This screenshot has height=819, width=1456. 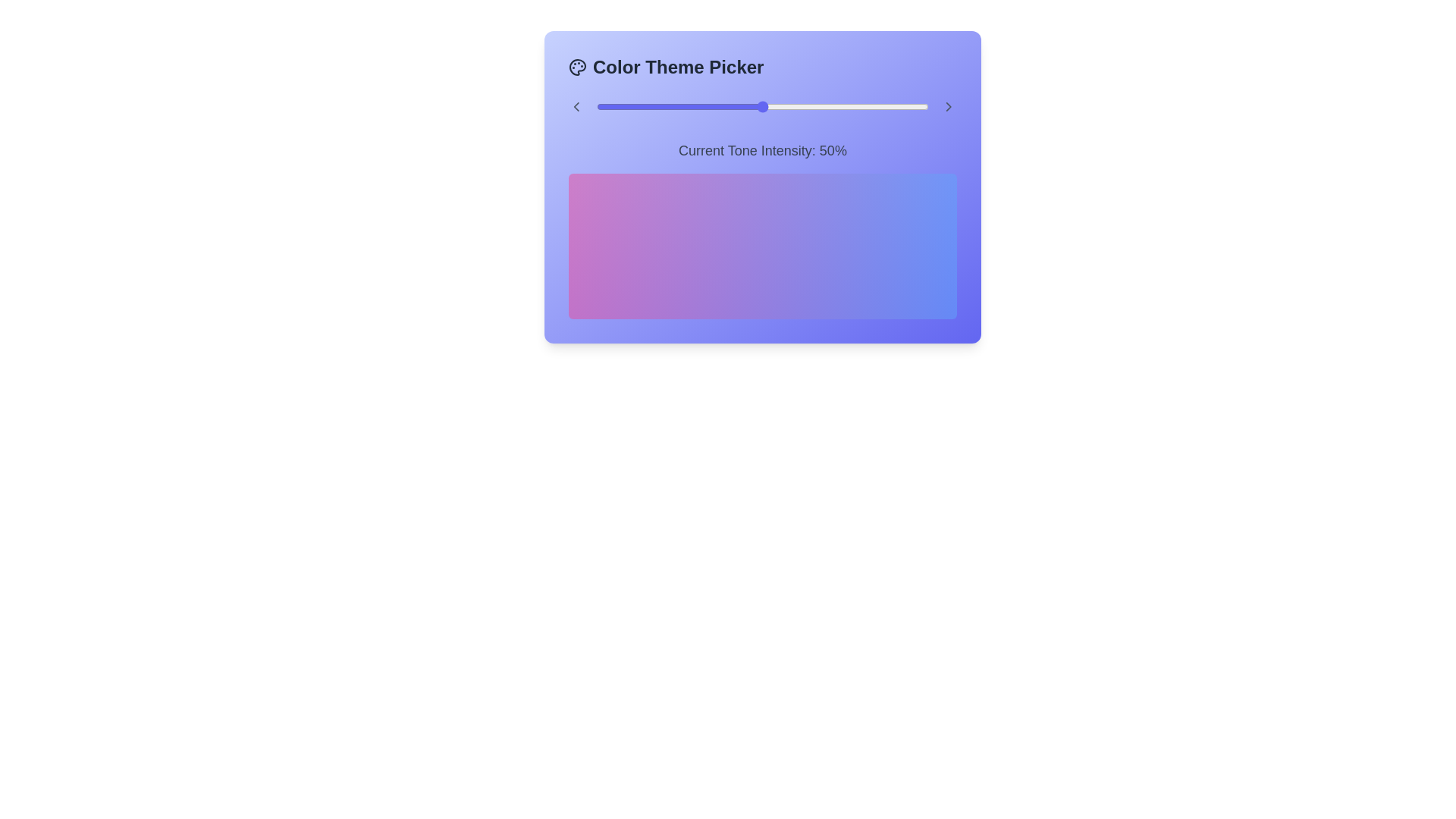 I want to click on the tone intensity slider to 44%, so click(x=742, y=106).